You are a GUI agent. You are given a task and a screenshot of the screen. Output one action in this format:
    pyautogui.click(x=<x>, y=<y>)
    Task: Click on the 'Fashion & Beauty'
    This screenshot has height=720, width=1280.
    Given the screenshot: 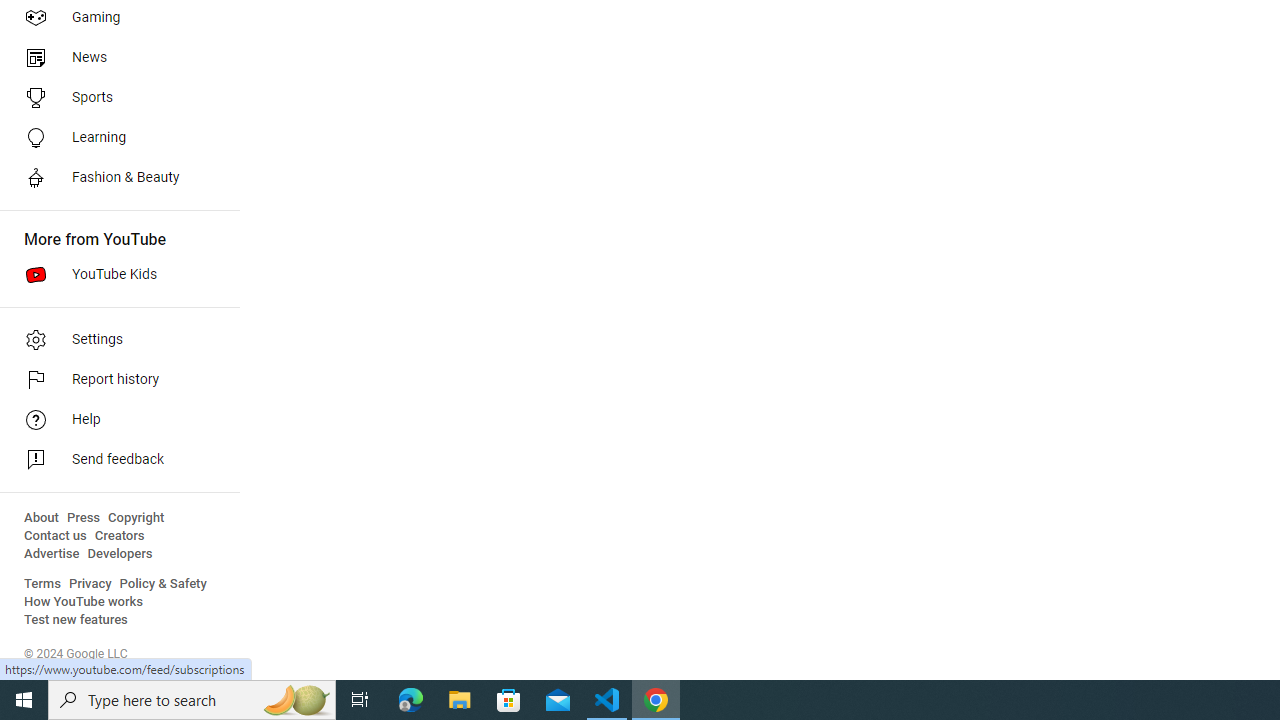 What is the action you would take?
    pyautogui.click(x=112, y=176)
    